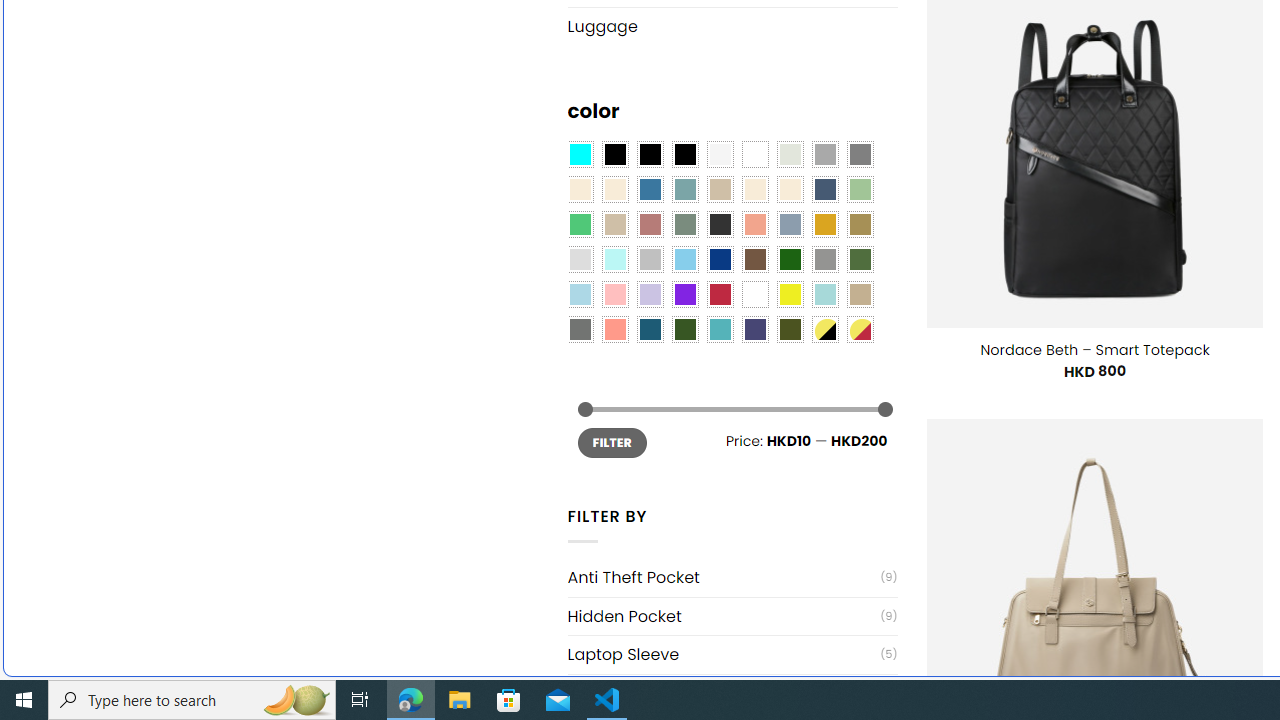  Describe the element at coordinates (731, 614) in the screenshot. I see `'Hidden Pocket(9)'` at that location.